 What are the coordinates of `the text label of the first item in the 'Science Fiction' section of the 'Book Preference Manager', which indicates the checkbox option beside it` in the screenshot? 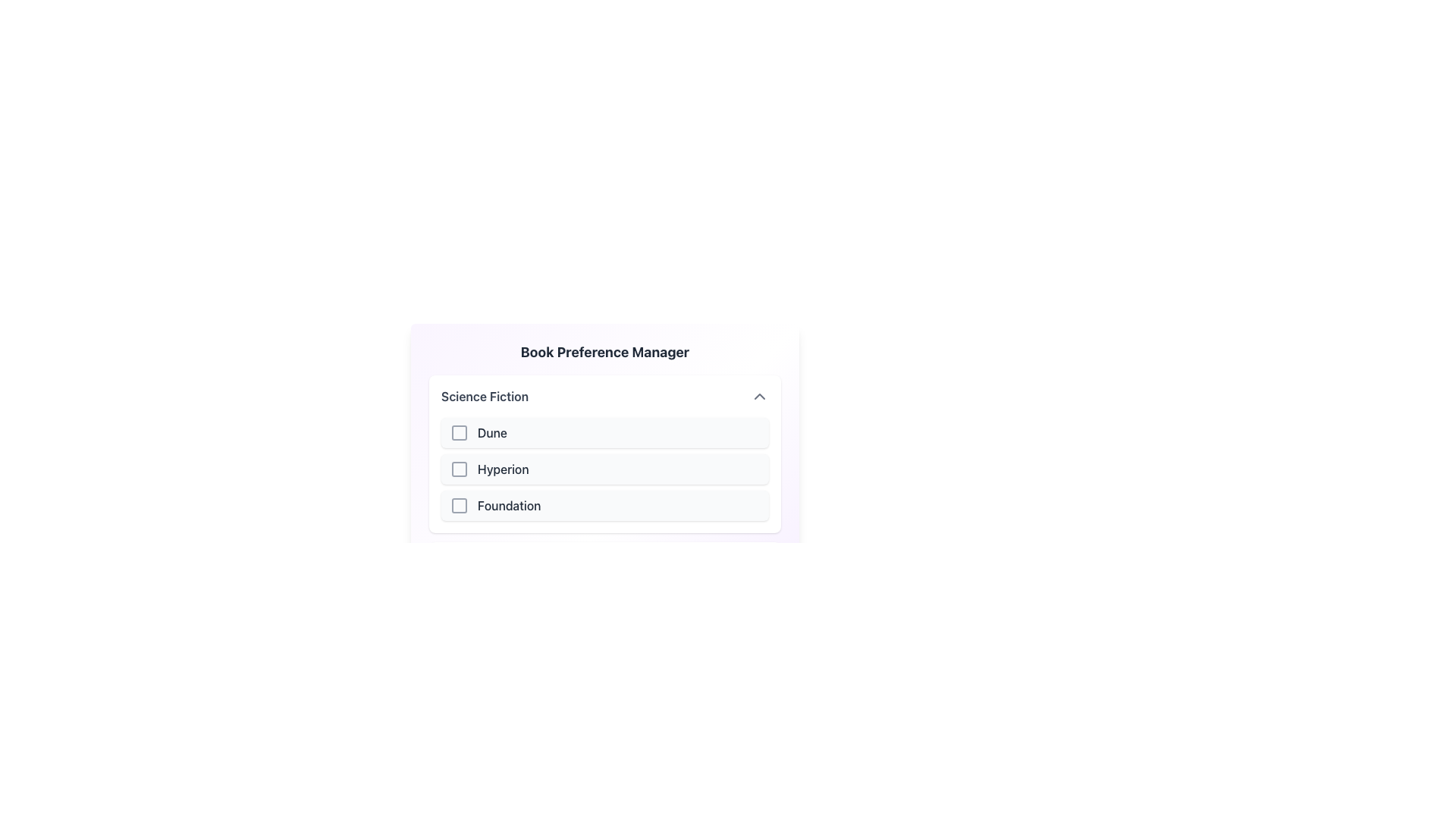 It's located at (492, 432).